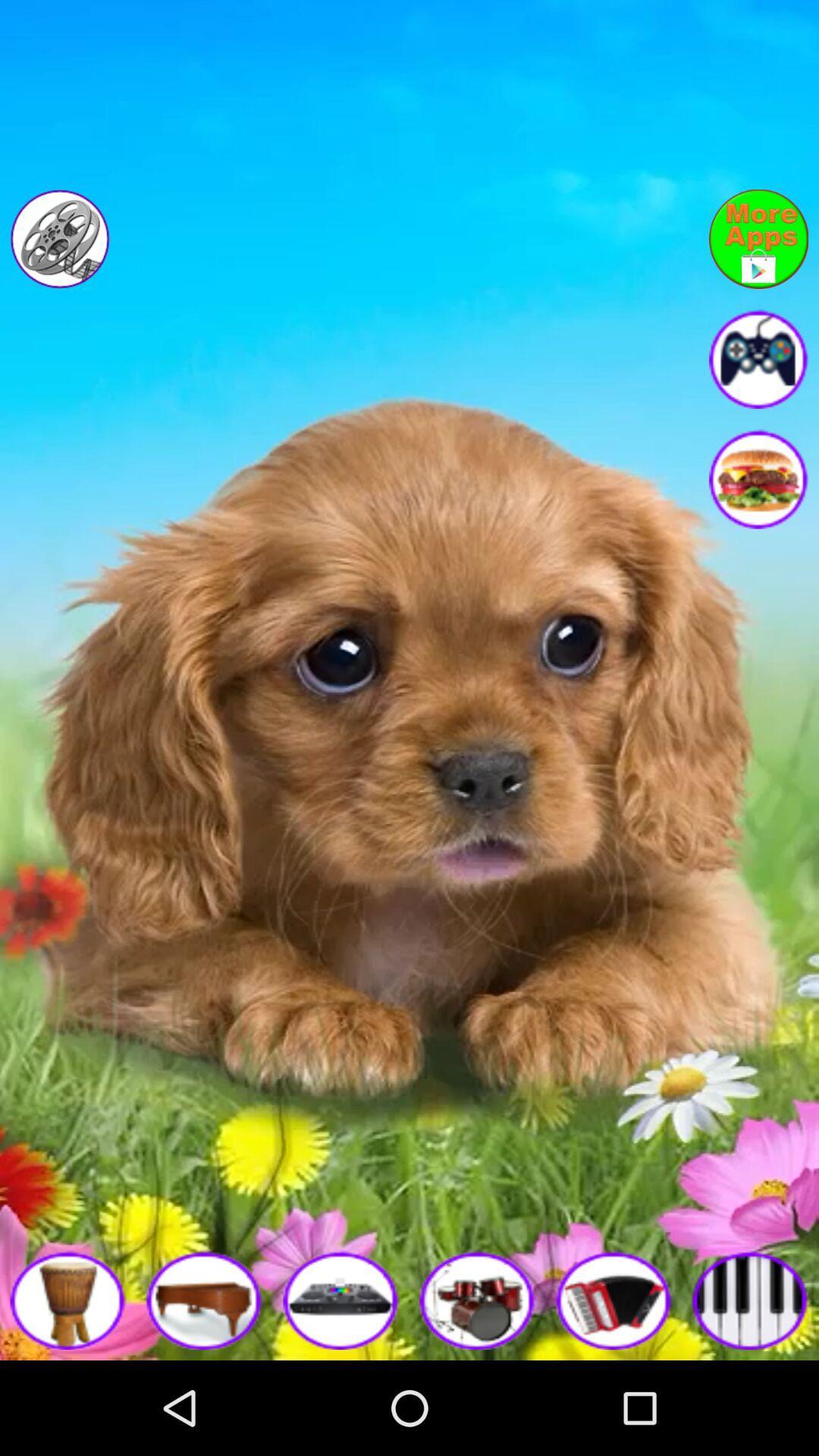 Image resolution: width=819 pixels, height=1456 pixels. What do you see at coordinates (751, 1299) in the screenshot?
I see `switch to piano tab` at bounding box center [751, 1299].